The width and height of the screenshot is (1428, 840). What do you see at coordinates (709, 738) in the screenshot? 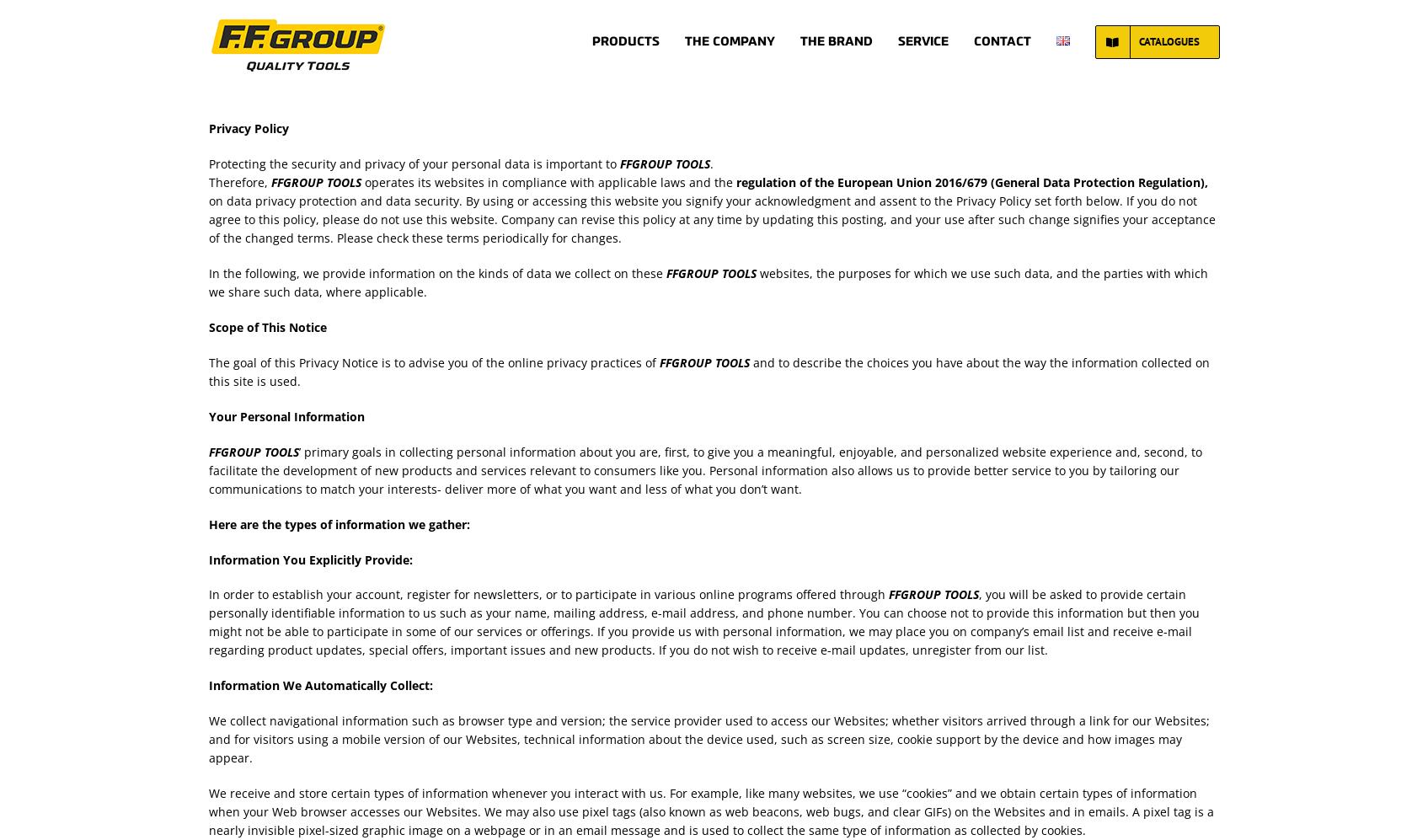
I see `'We collect navigational information such as browser type and version; the service provider used to access our Websites; whether visitors arrived through a link for our Websites; and for visitors using a mobile version of our Websites, technical information about the device used, such as screen size, cookie support by the device and how images may appear.'` at bounding box center [709, 738].